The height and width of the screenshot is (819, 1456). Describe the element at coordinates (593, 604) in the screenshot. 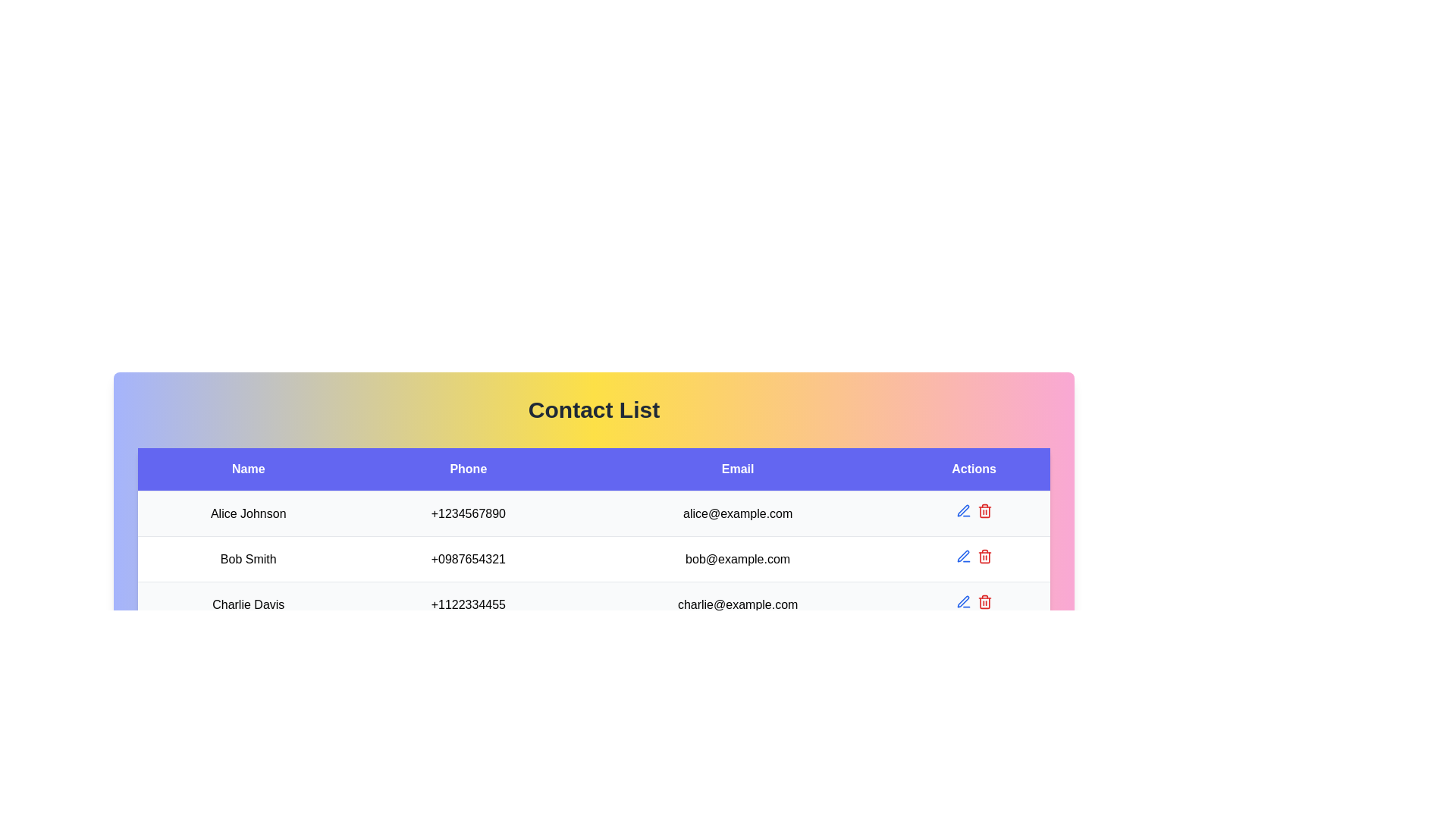

I see `the contact row representing 'Charlie Davis' in the contact list` at that location.